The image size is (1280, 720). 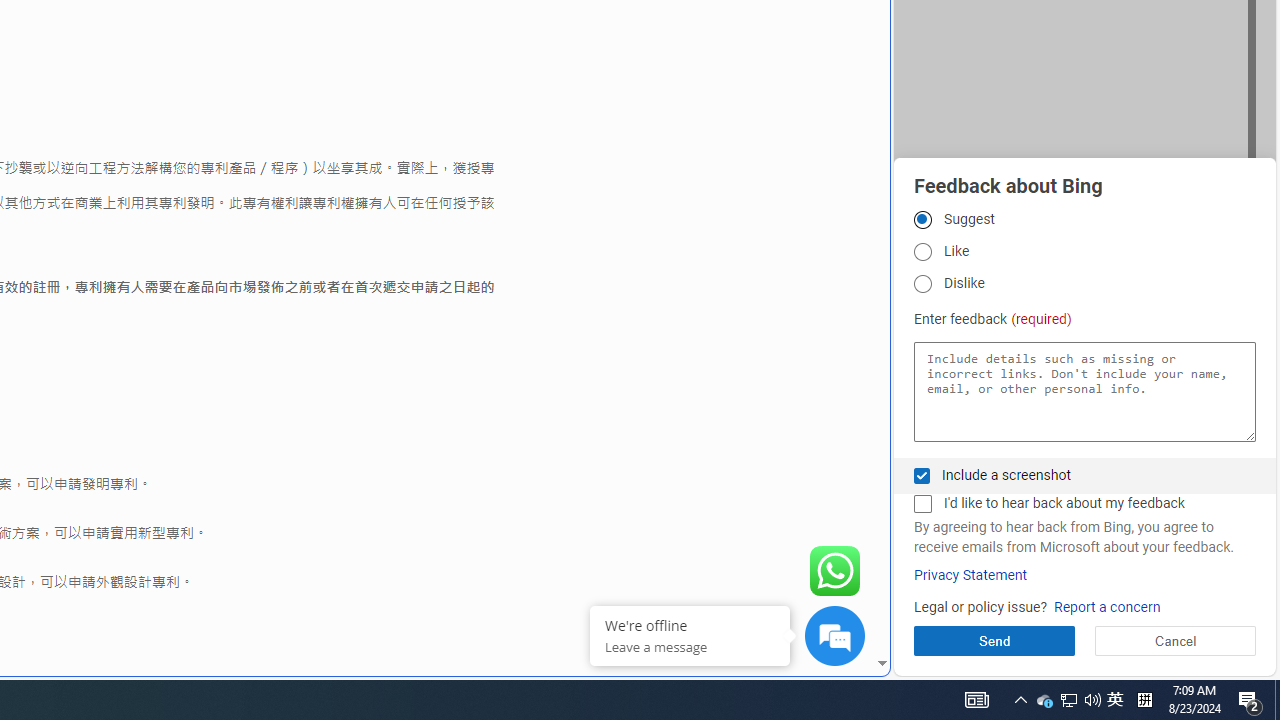 I want to click on 'Privacy Statement', so click(x=970, y=575).